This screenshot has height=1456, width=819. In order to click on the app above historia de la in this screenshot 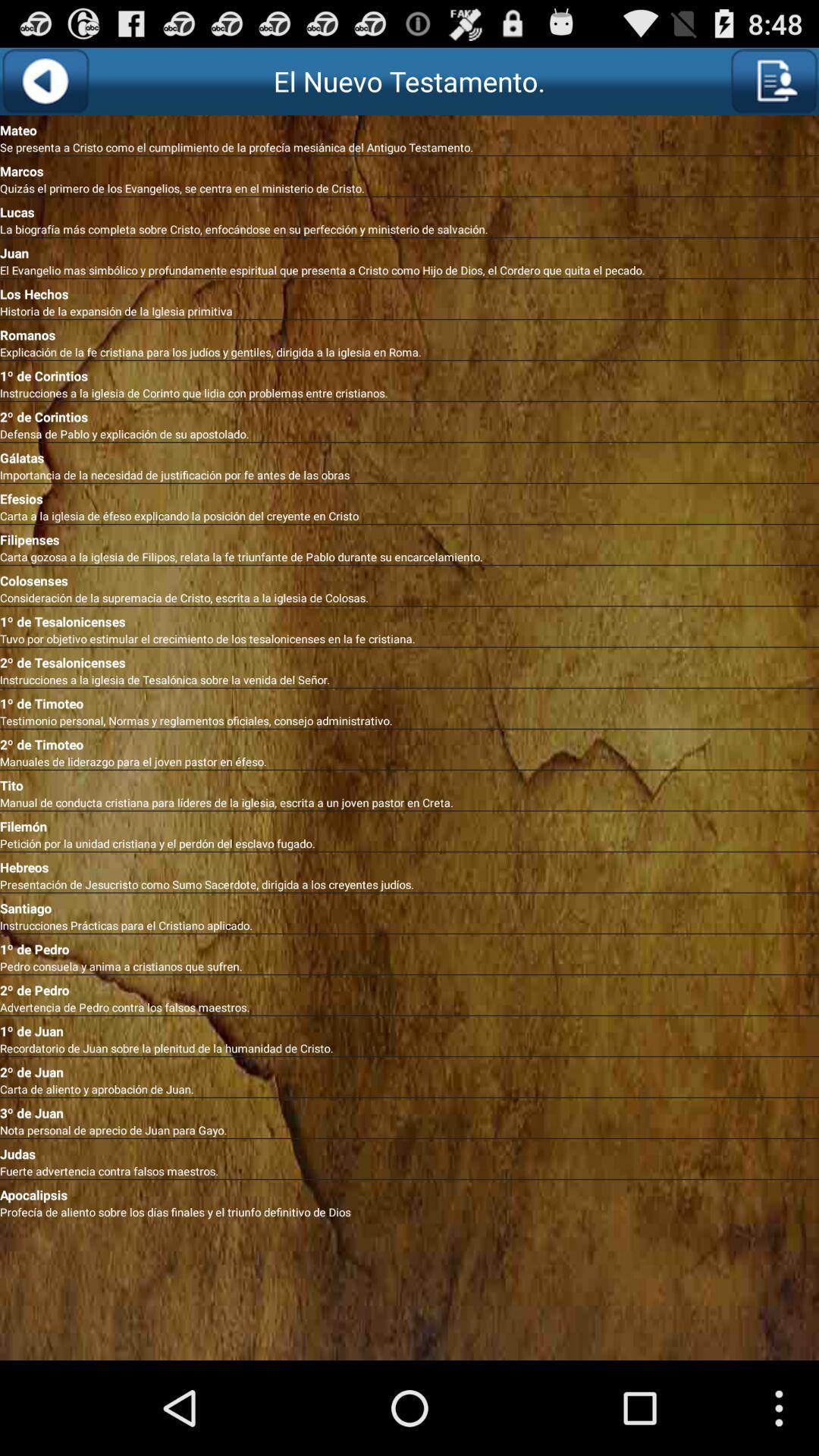, I will do `click(409, 291)`.